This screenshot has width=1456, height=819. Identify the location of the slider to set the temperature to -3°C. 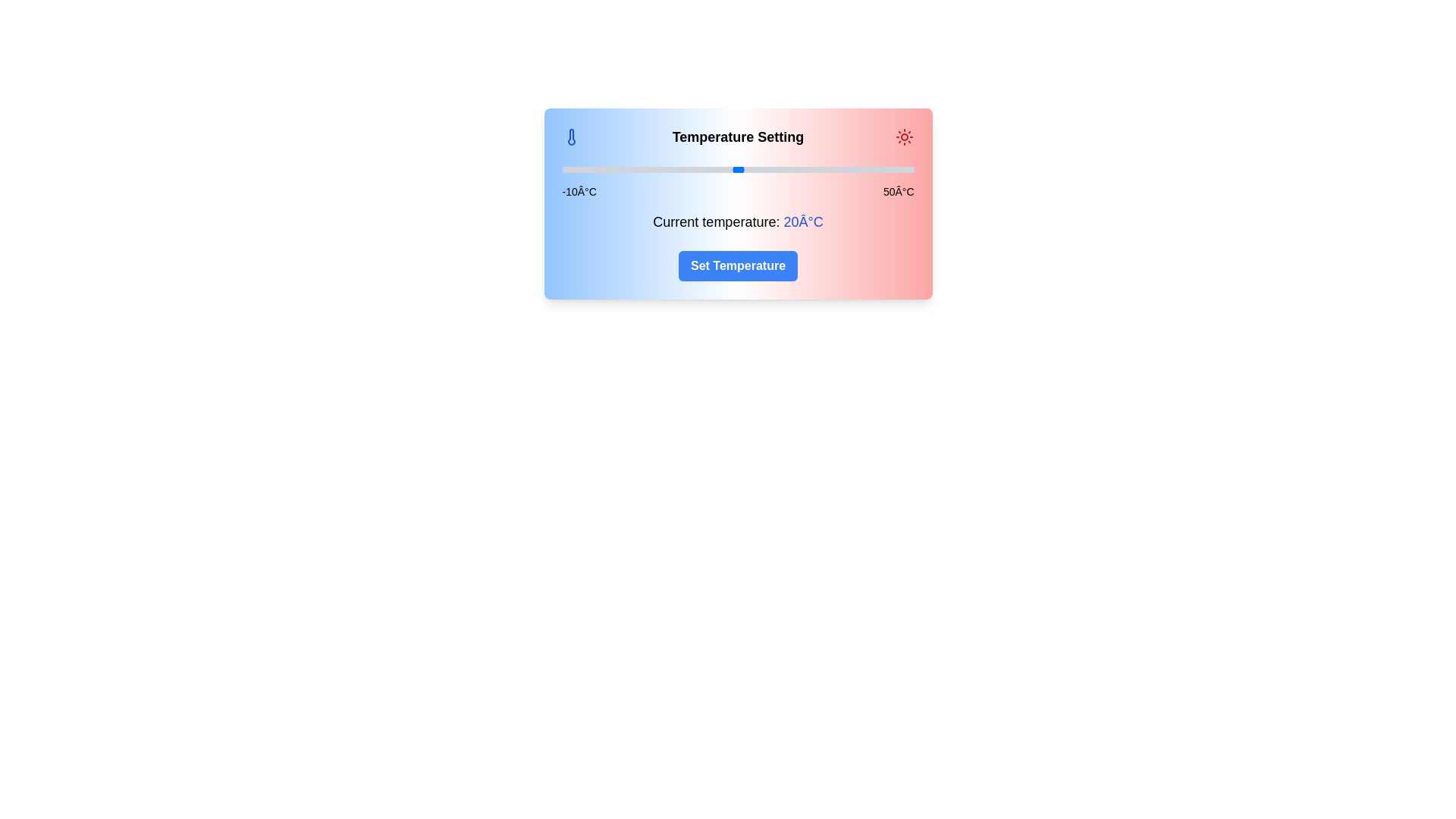
(602, 169).